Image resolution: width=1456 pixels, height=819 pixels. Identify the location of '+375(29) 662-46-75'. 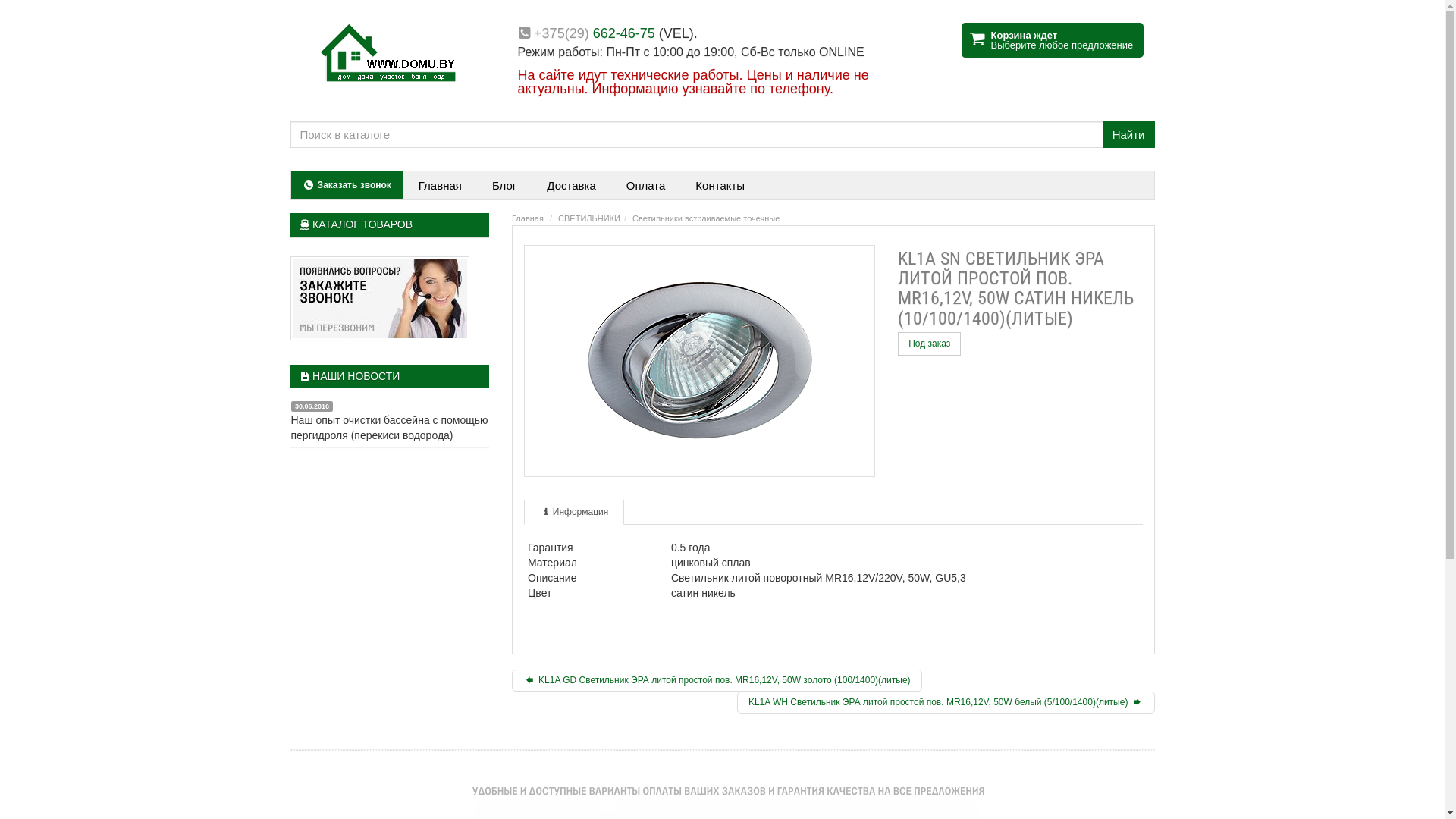
(534, 33).